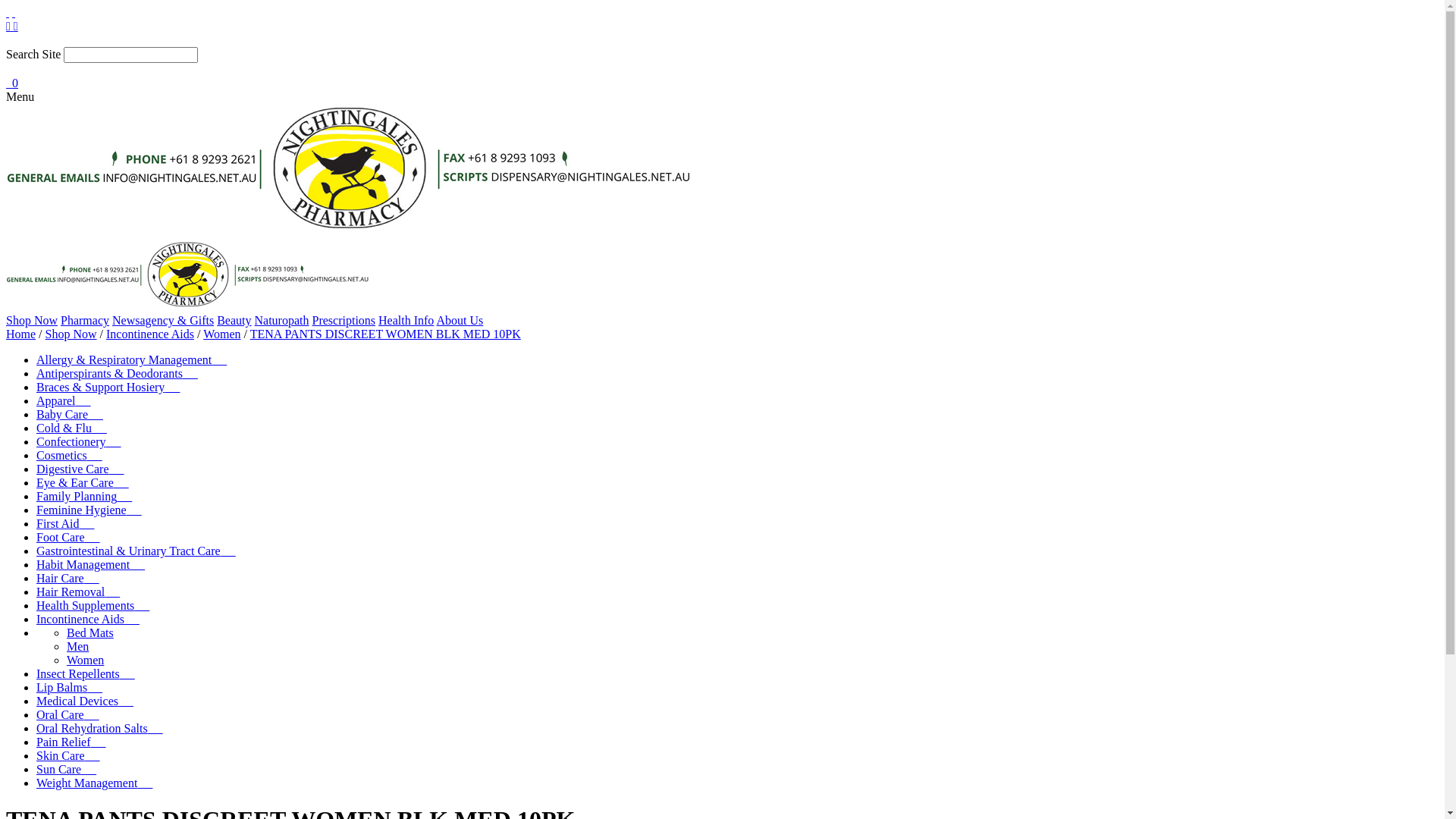  What do you see at coordinates (36, 741) in the screenshot?
I see `'Pain Relief     '` at bounding box center [36, 741].